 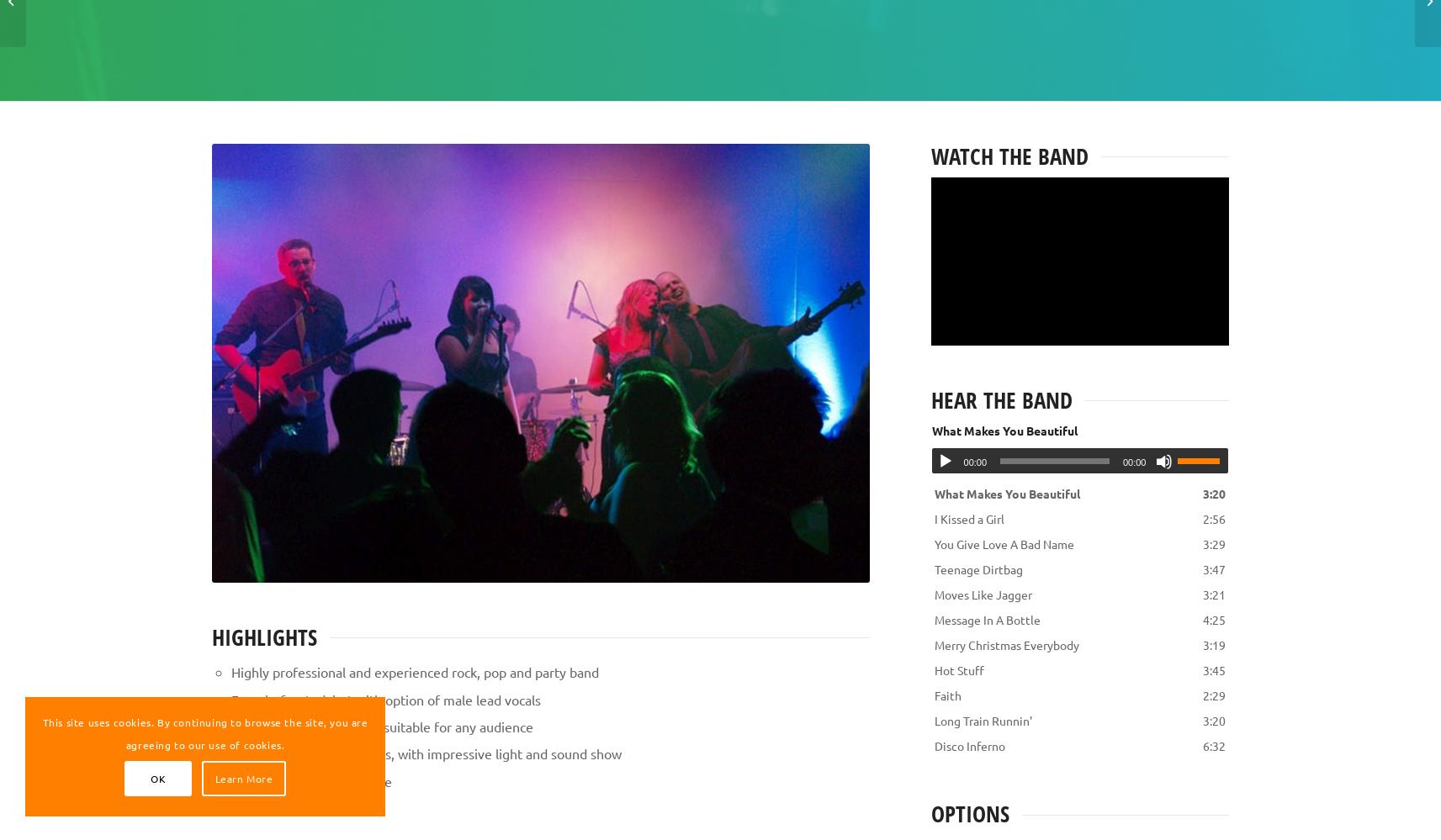 What do you see at coordinates (1202, 644) in the screenshot?
I see `'3:19'` at bounding box center [1202, 644].